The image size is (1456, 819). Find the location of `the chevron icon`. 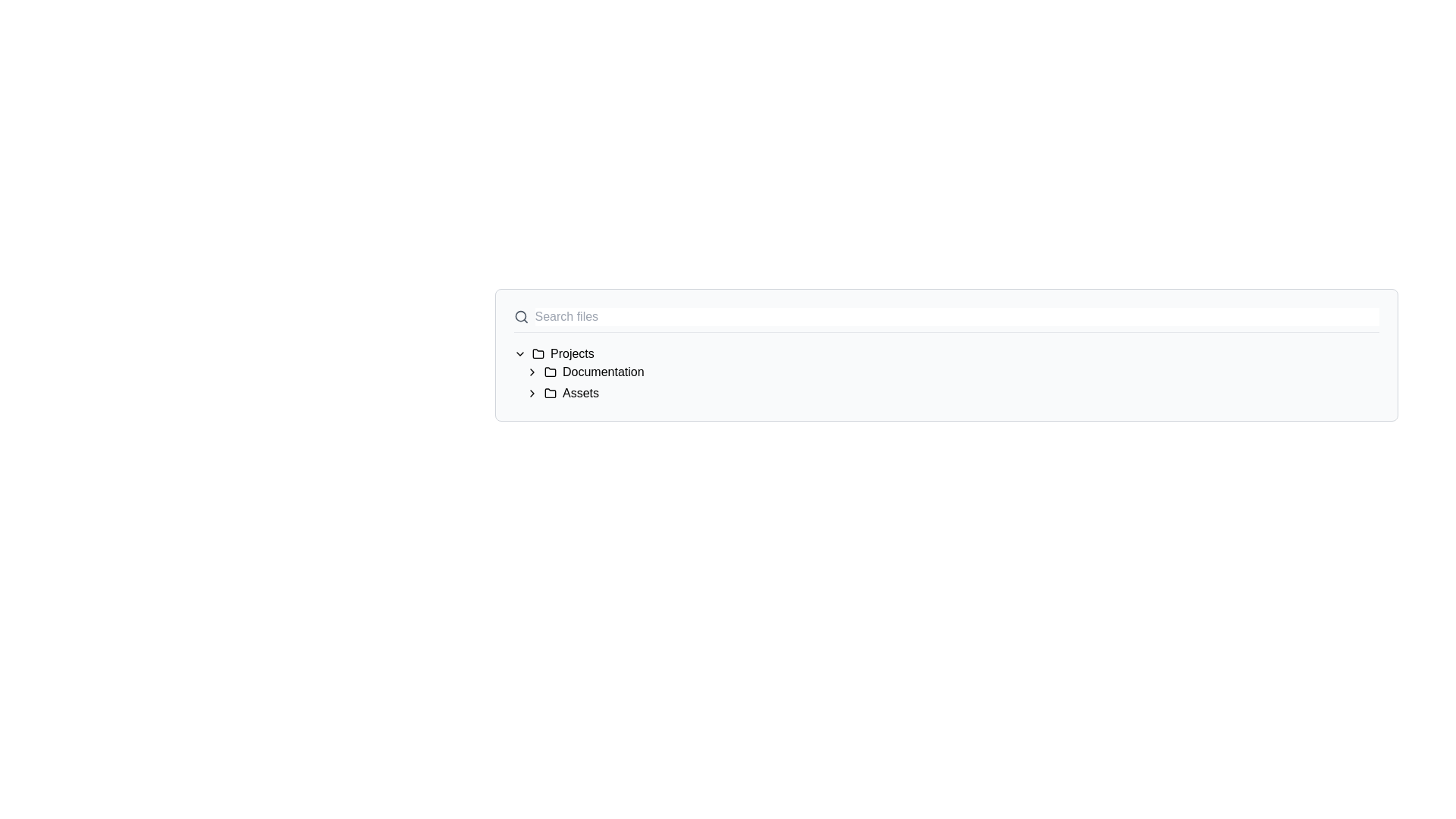

the chevron icon is located at coordinates (520, 353).